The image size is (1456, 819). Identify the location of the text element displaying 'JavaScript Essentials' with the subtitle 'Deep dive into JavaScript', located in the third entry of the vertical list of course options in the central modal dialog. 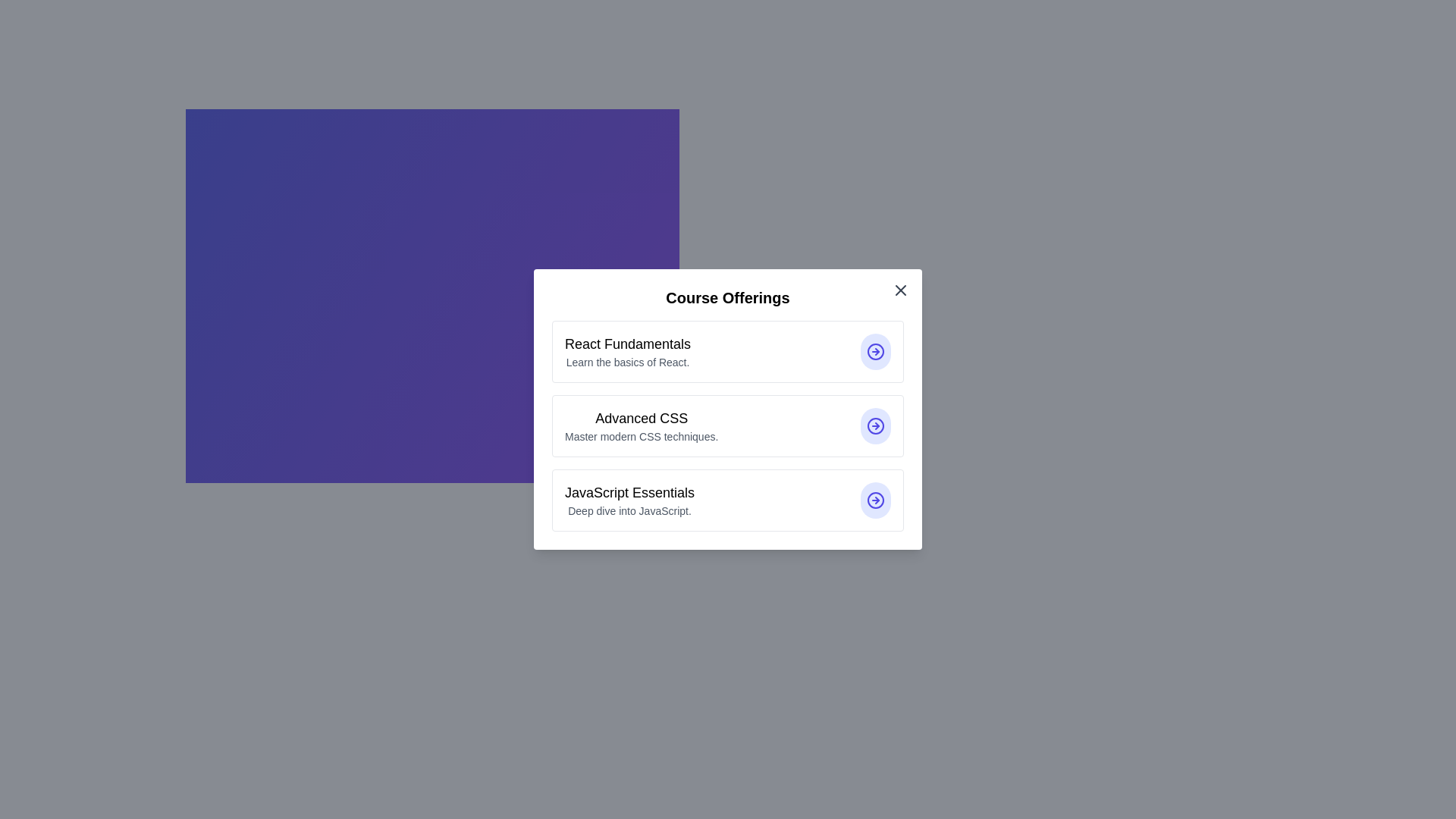
(629, 500).